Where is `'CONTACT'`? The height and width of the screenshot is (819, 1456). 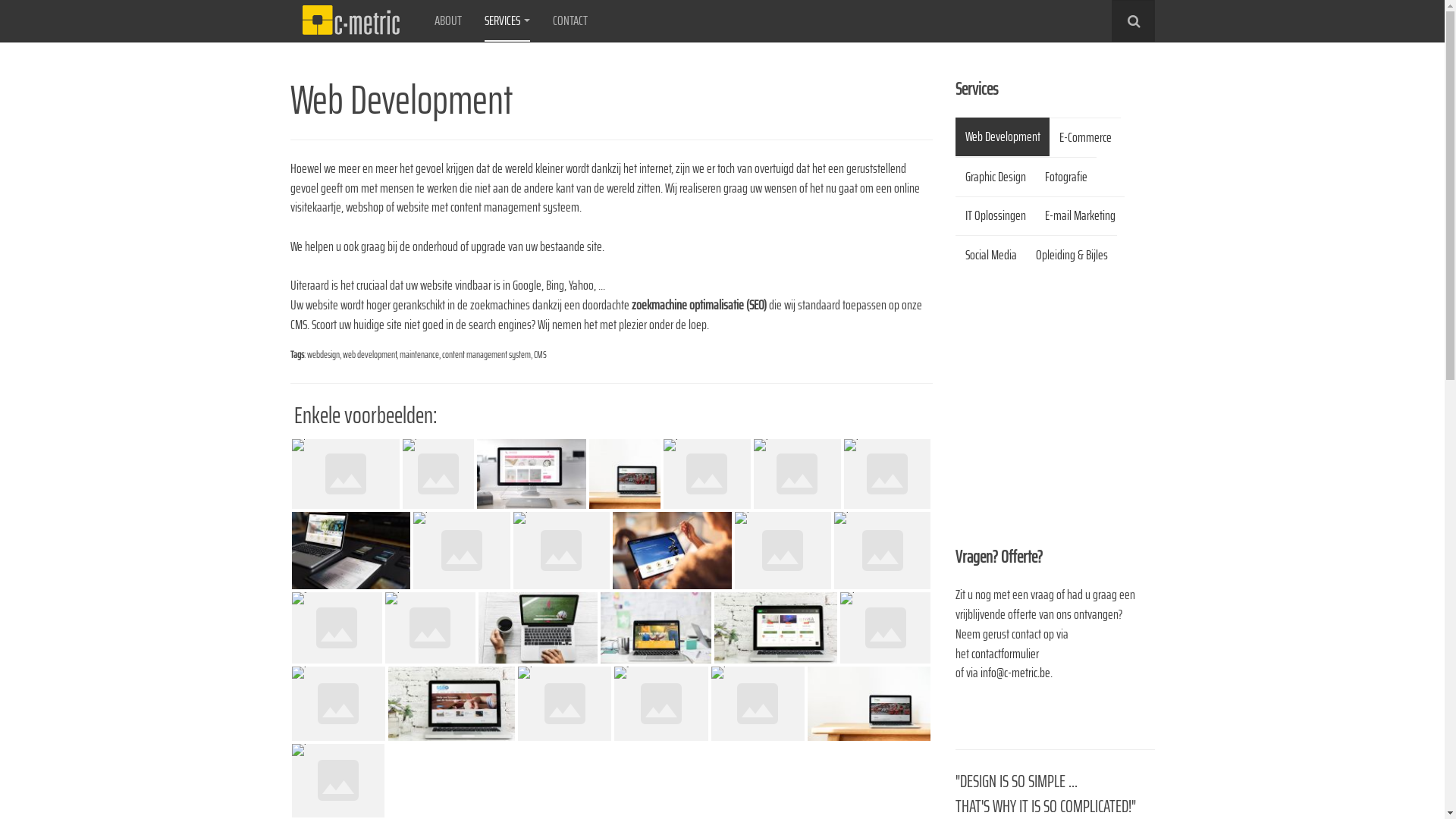
'CONTACT' is located at coordinates (551, 20).